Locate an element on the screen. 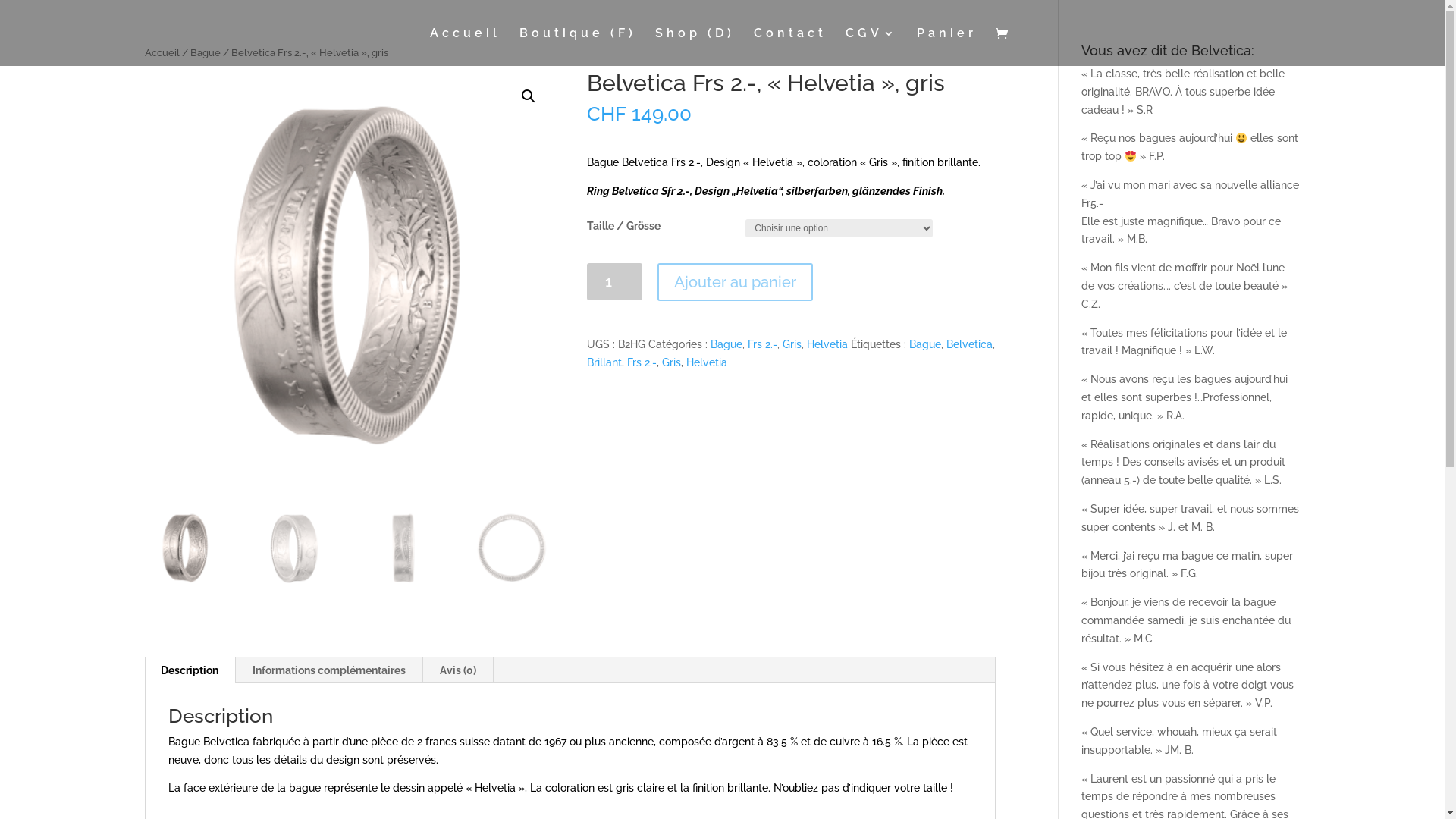 This screenshot has height=819, width=1456. 'Contact' is located at coordinates (789, 45).